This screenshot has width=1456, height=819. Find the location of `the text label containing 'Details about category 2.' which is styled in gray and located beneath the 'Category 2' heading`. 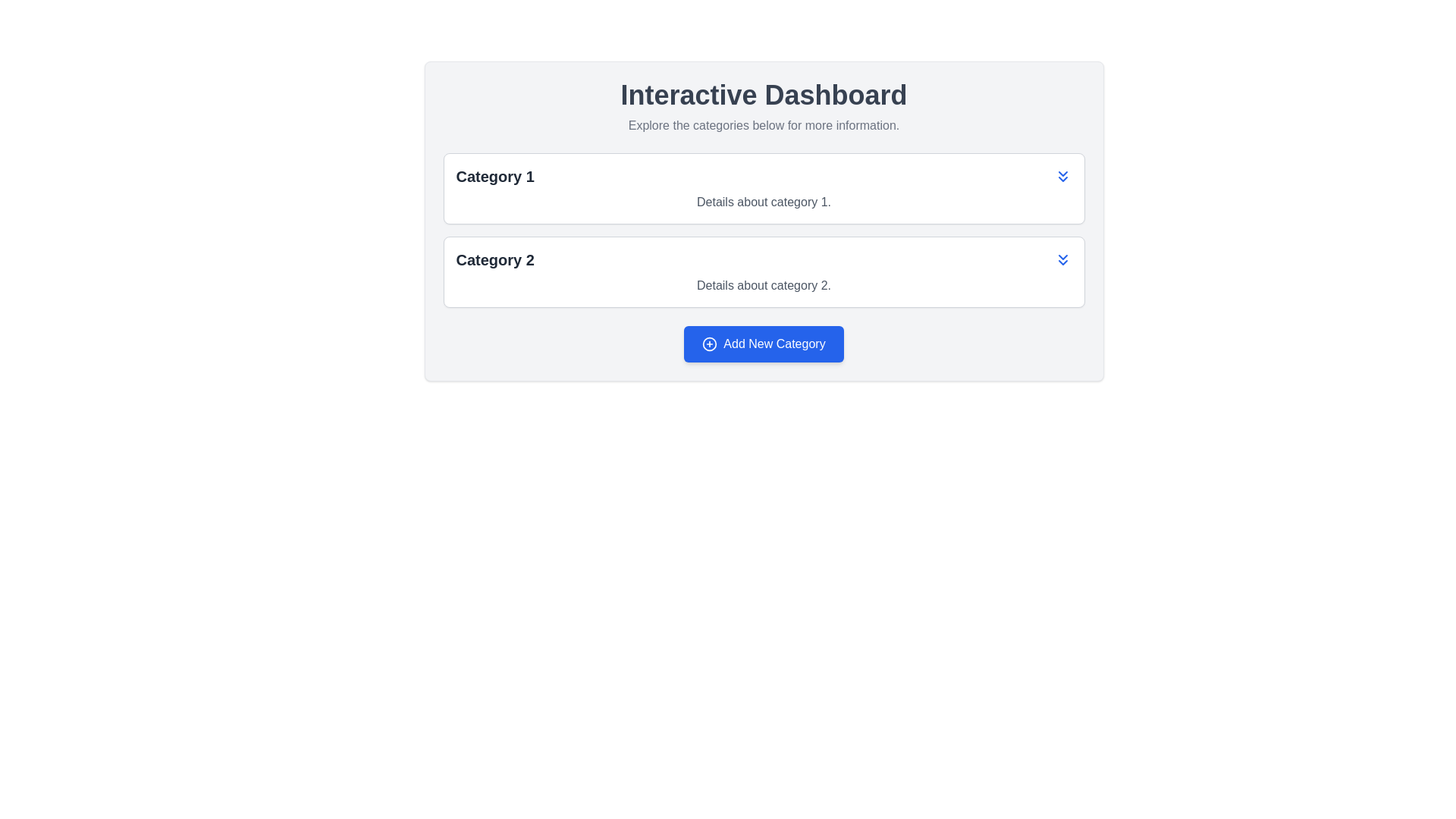

the text label containing 'Details about category 2.' which is styled in gray and located beneath the 'Category 2' heading is located at coordinates (764, 286).